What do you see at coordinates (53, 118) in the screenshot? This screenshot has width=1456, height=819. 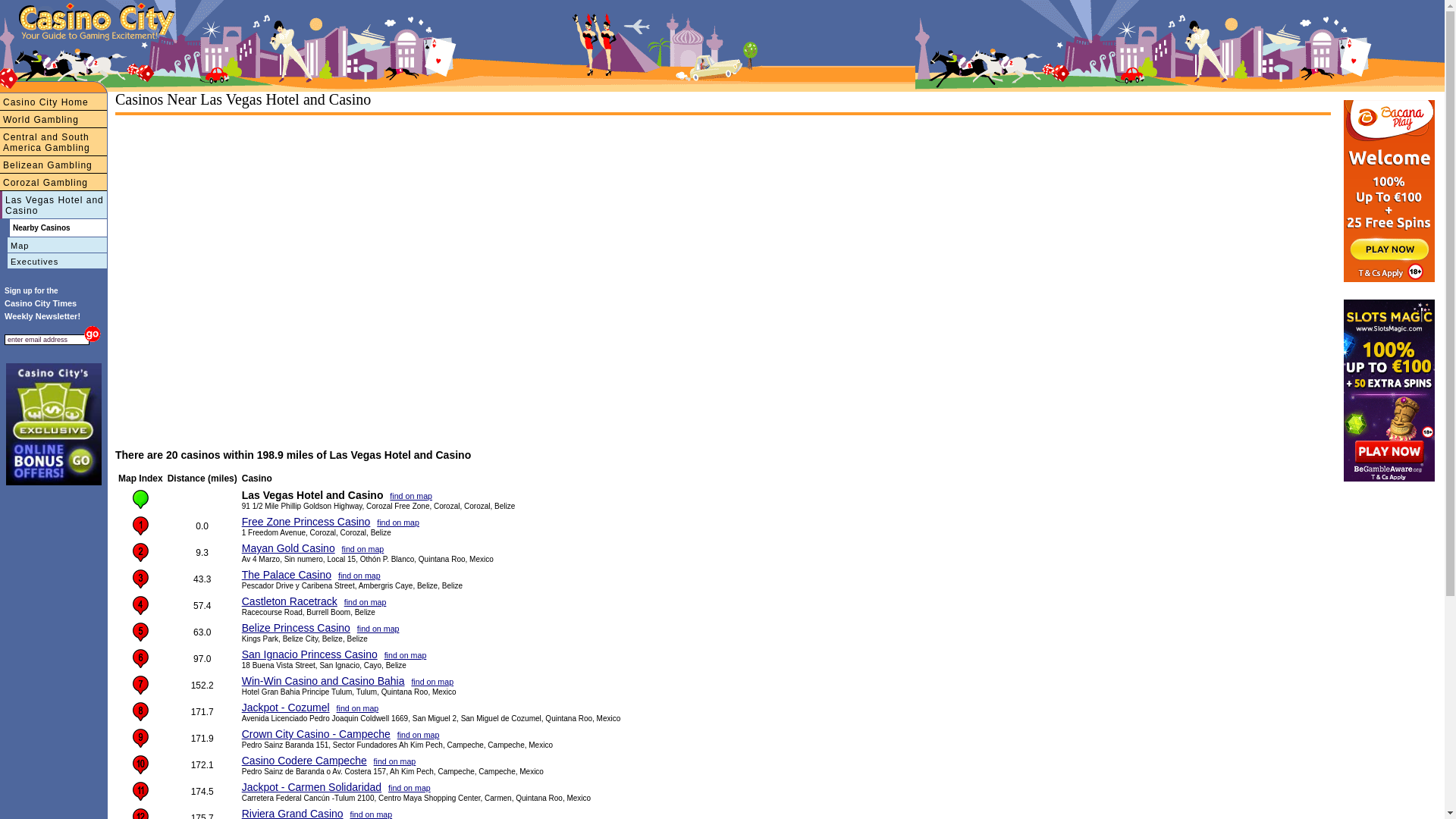 I see `'World Gambling'` at bounding box center [53, 118].